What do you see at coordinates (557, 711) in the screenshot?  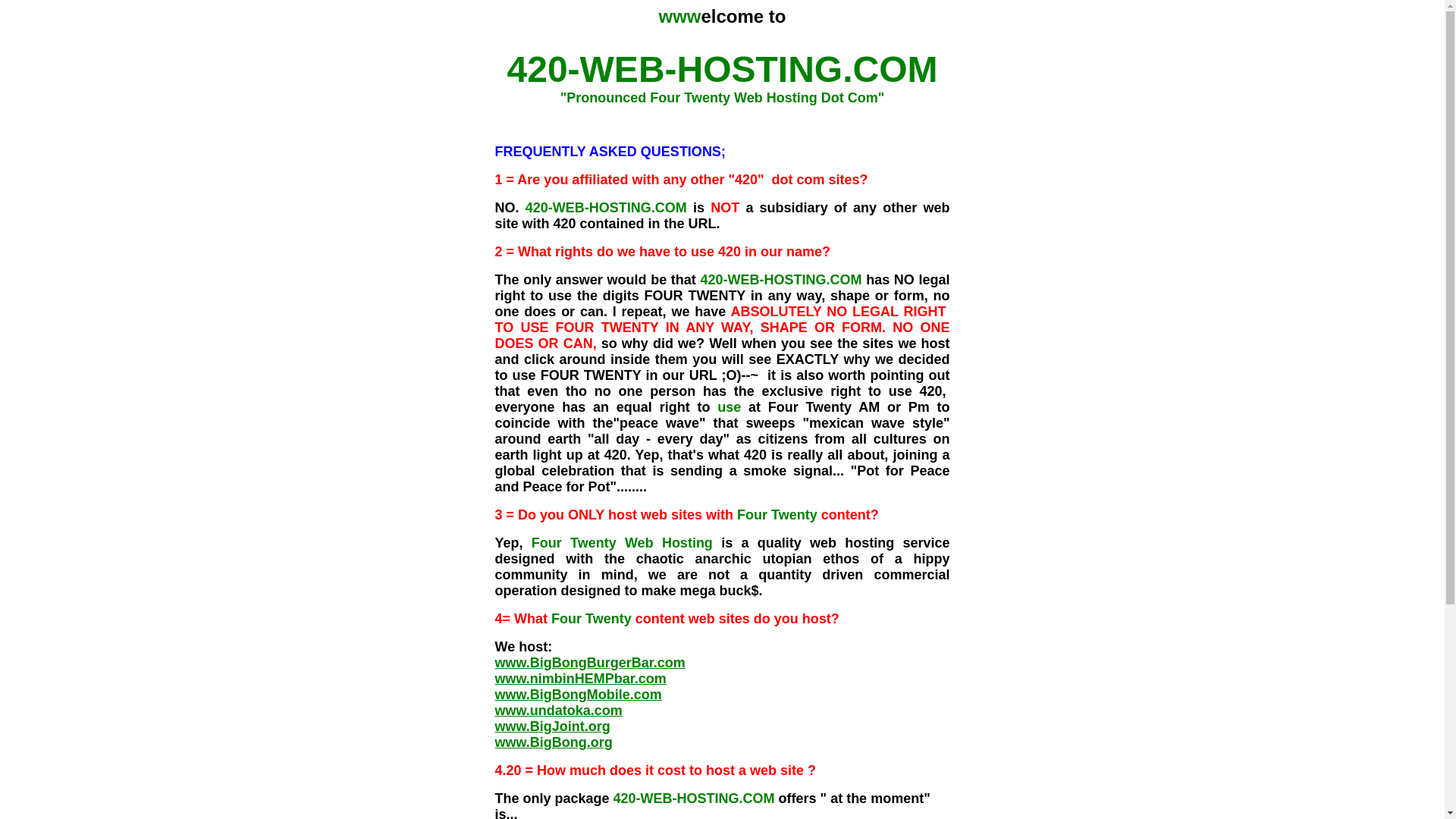 I see `'www.undatoka.com'` at bounding box center [557, 711].